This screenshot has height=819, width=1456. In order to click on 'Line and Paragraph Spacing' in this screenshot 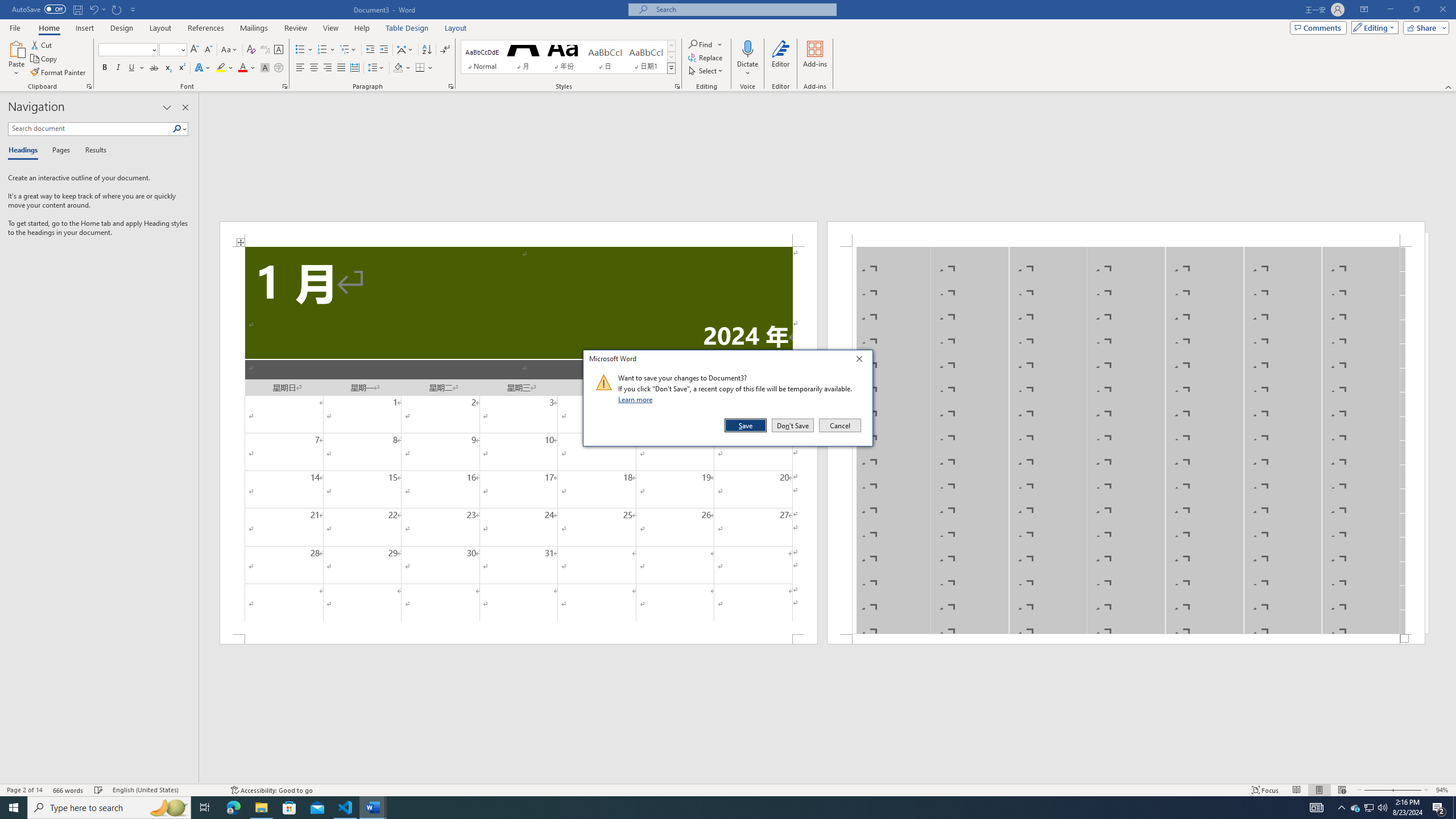, I will do `click(377, 67)`.